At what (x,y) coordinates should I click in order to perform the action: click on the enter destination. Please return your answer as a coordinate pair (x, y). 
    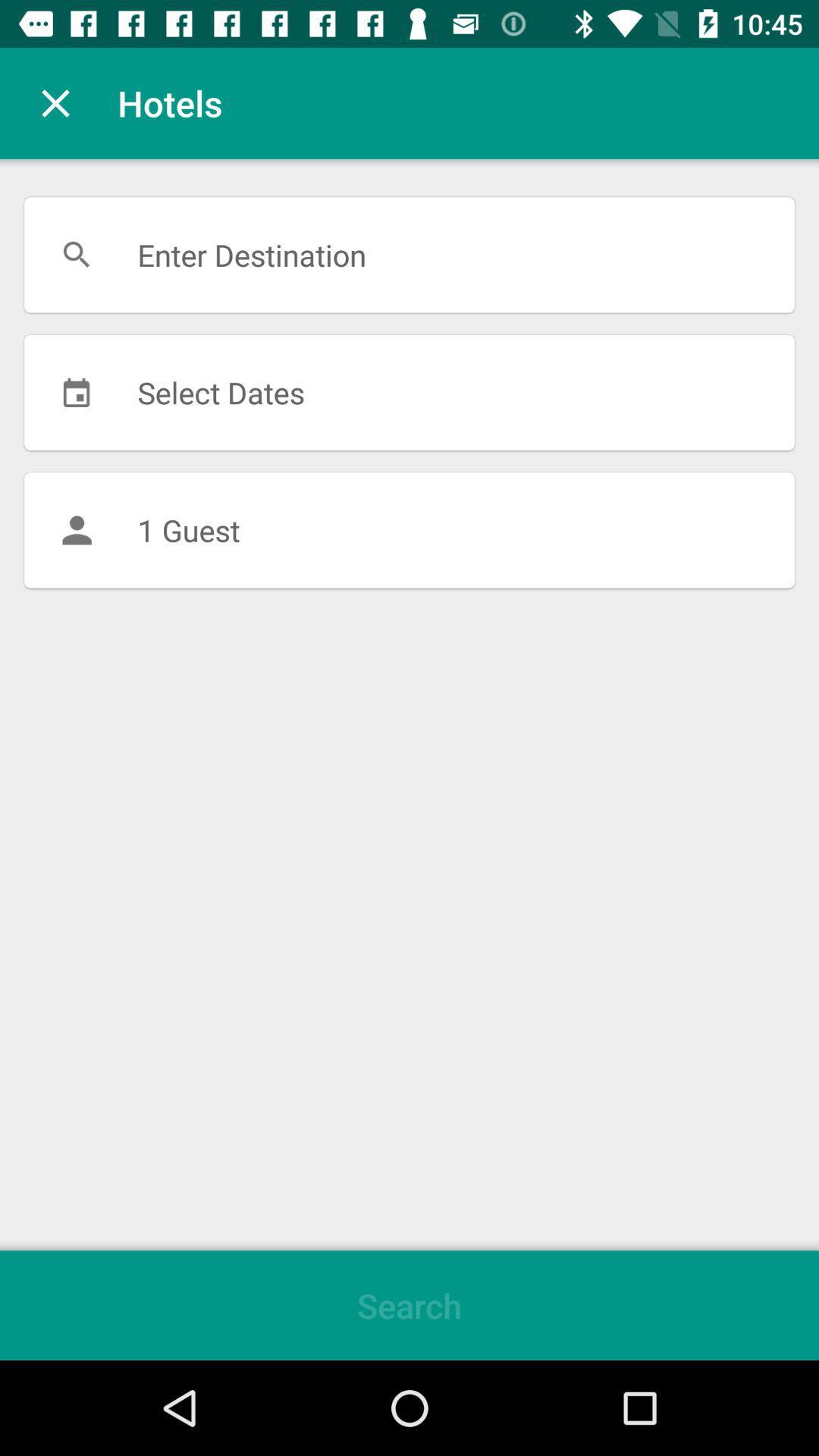
    Looking at the image, I should click on (409, 255).